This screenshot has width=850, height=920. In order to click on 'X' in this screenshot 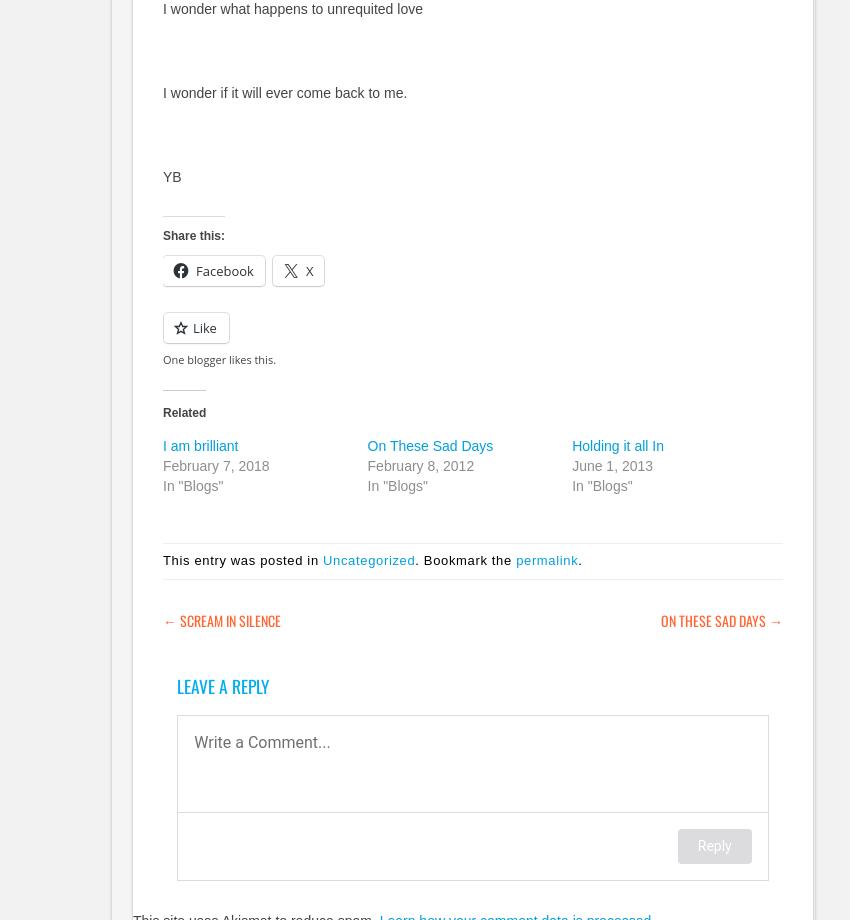, I will do `click(304, 270)`.